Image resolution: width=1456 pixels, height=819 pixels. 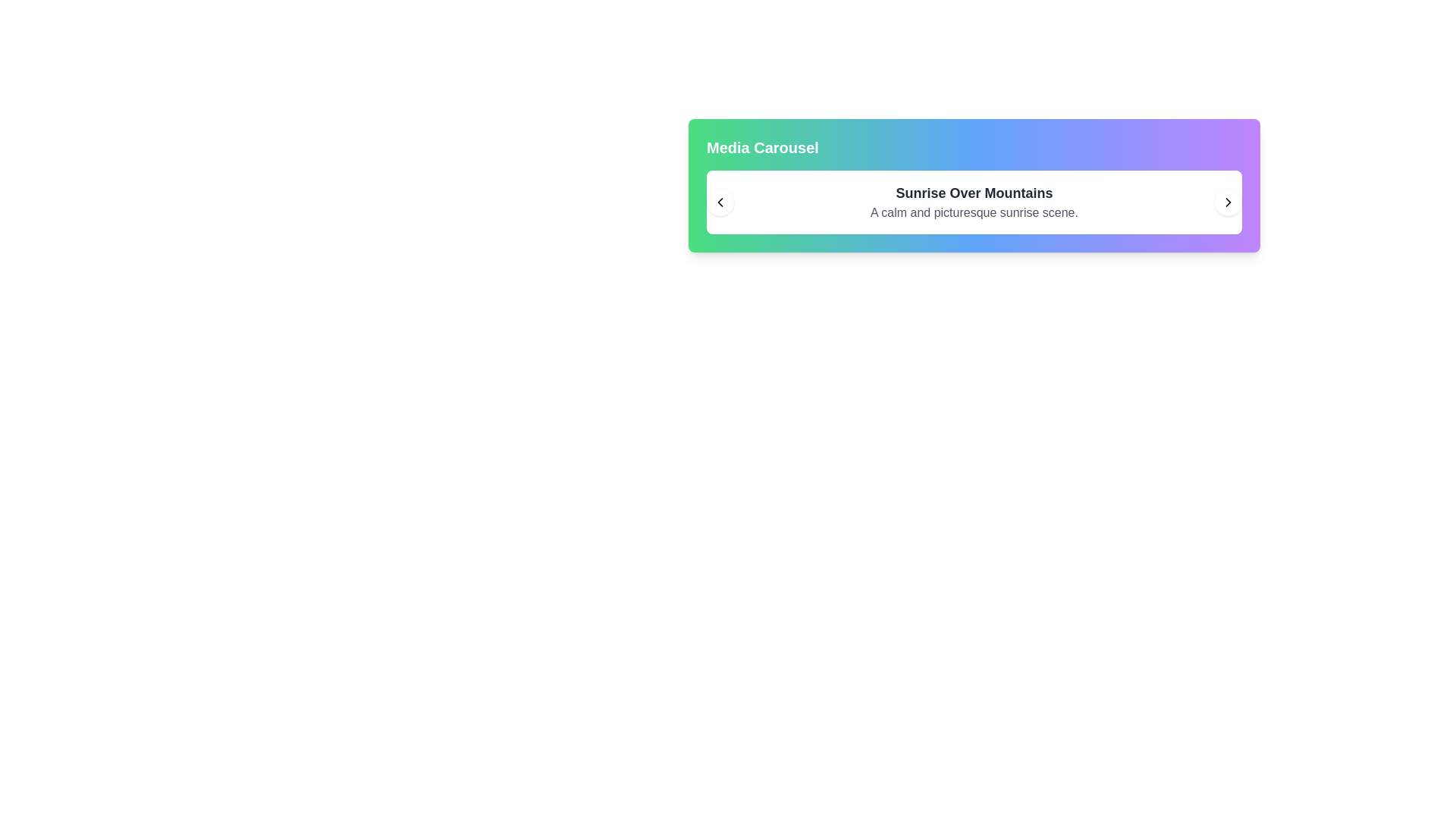 What do you see at coordinates (720, 201) in the screenshot?
I see `the Chevron icon on the left side of the media carousel` at bounding box center [720, 201].